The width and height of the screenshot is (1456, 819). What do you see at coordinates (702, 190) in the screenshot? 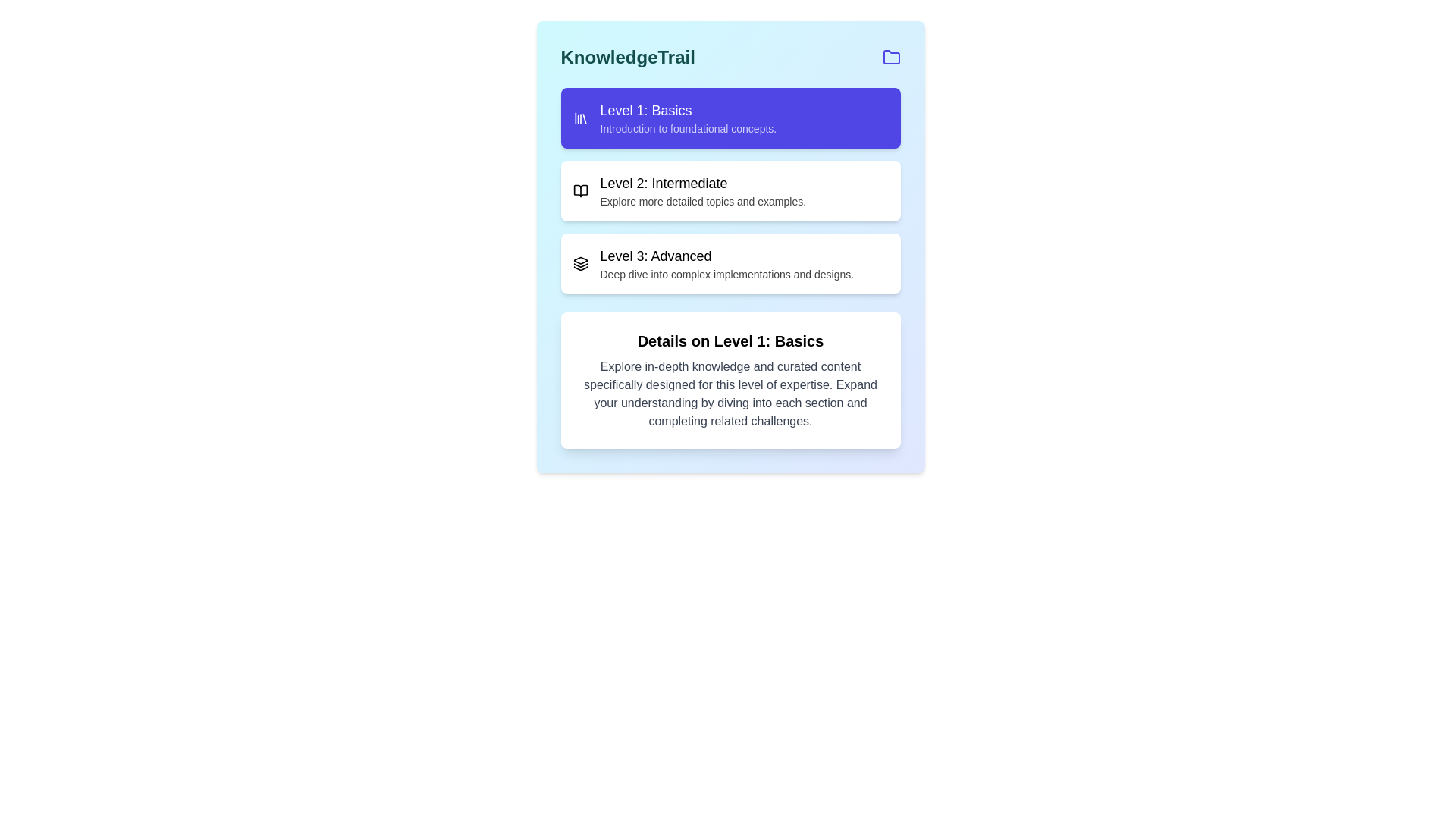
I see `the text description 'Level 2: Intermediate' within the 'KnowledgeTrail' menu` at bounding box center [702, 190].